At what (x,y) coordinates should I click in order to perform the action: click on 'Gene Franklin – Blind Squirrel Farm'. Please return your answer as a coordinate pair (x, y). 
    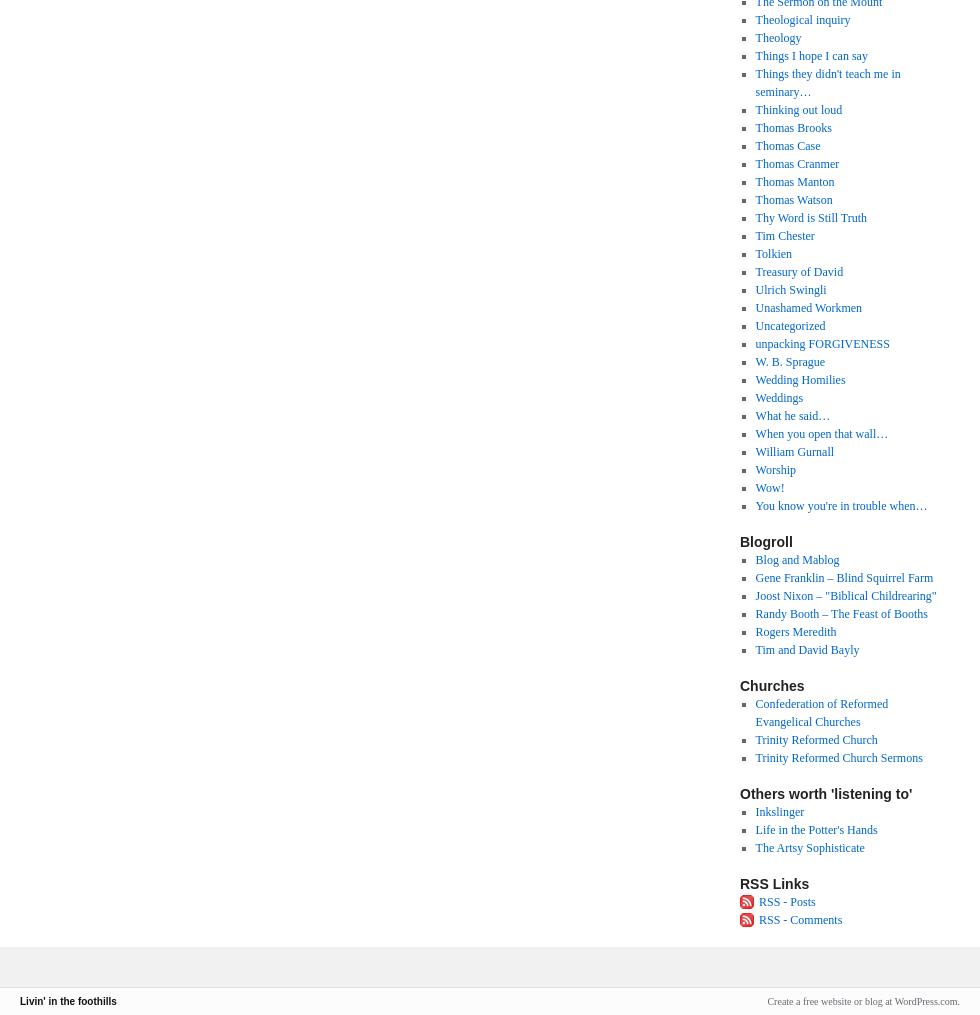
    Looking at the image, I should click on (843, 578).